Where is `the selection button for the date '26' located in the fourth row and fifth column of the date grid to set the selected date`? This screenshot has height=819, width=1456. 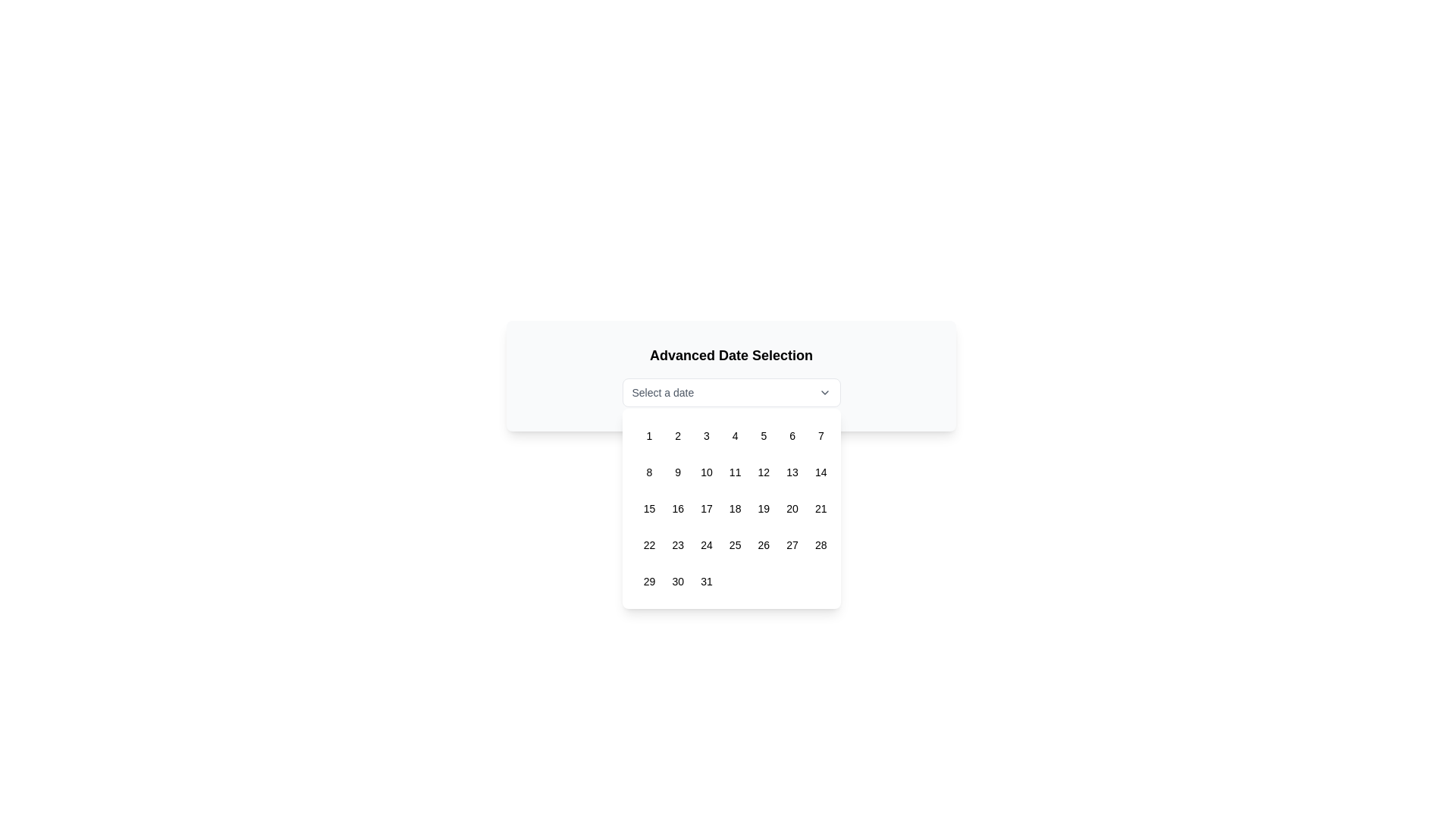
the selection button for the date '26' located in the fourth row and fifth column of the date grid to set the selected date is located at coordinates (764, 544).